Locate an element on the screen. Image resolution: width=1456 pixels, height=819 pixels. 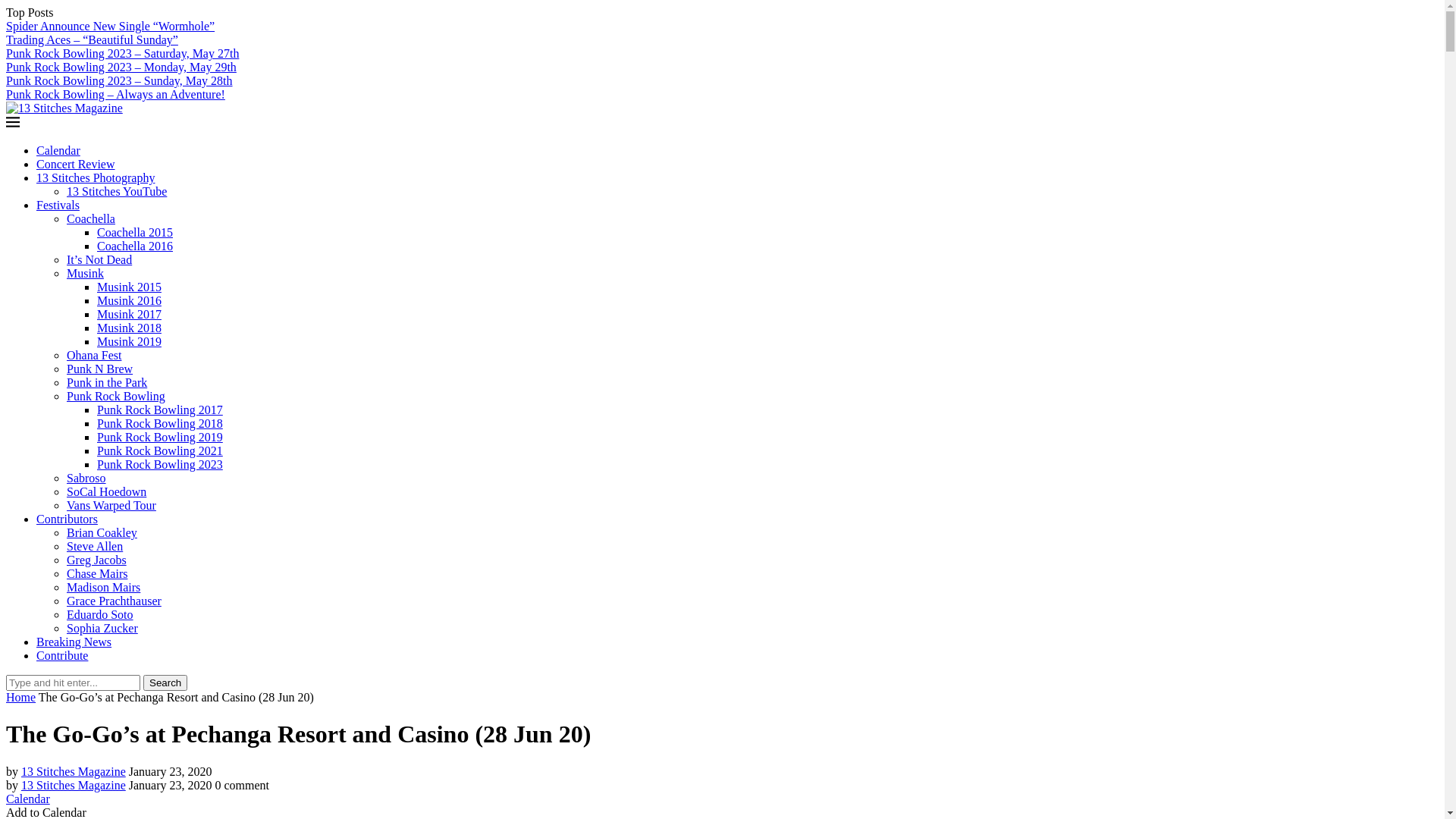
'Coachella 2015' is located at coordinates (96, 232).